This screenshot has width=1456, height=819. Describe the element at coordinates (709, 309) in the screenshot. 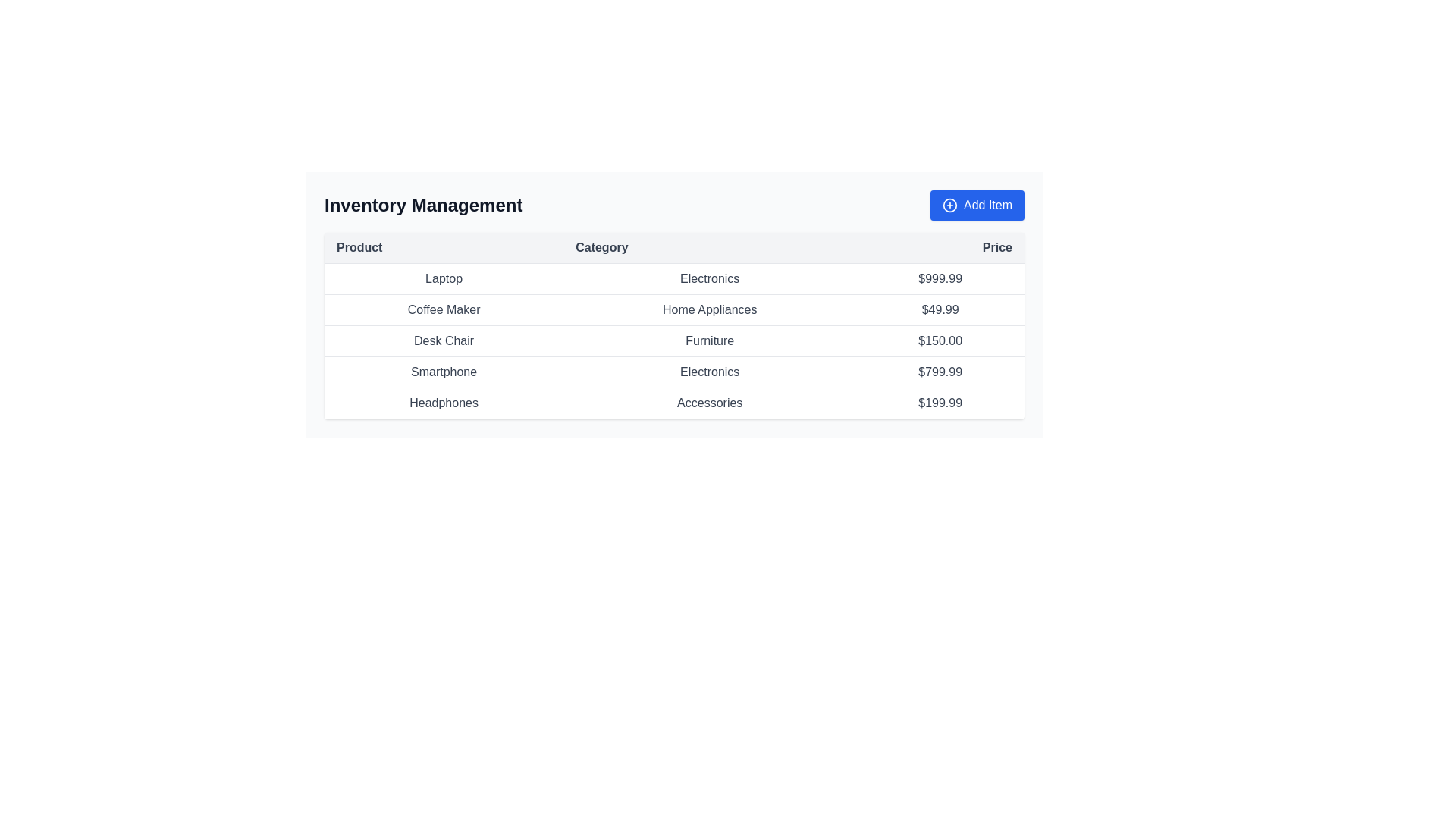

I see `the text element displaying 'Home Appliances' which is located in the table row for 'Coffee Maker'` at that location.